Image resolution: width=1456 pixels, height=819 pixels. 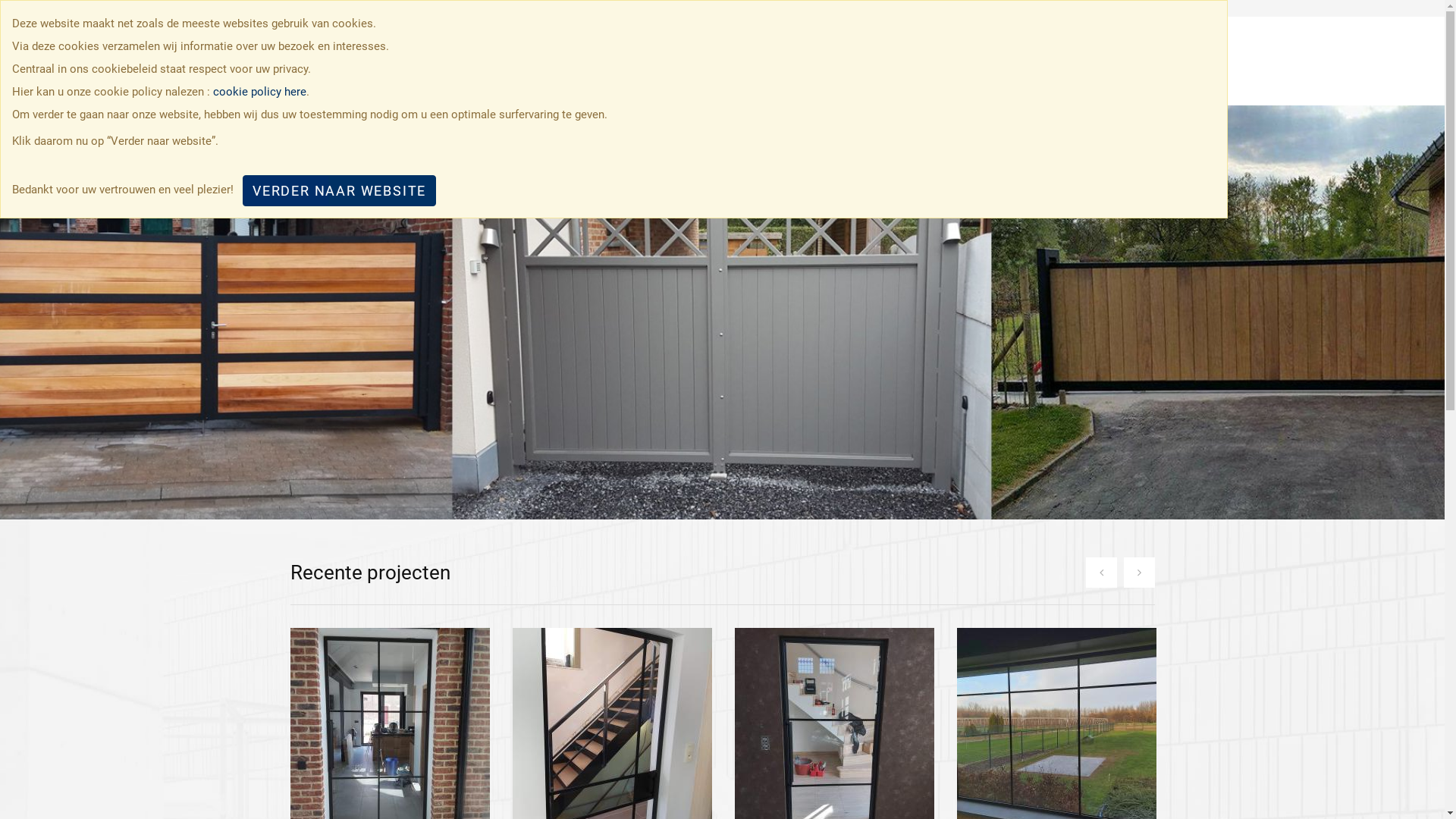 I want to click on 'CONTACT', so click(x=1087, y=61).